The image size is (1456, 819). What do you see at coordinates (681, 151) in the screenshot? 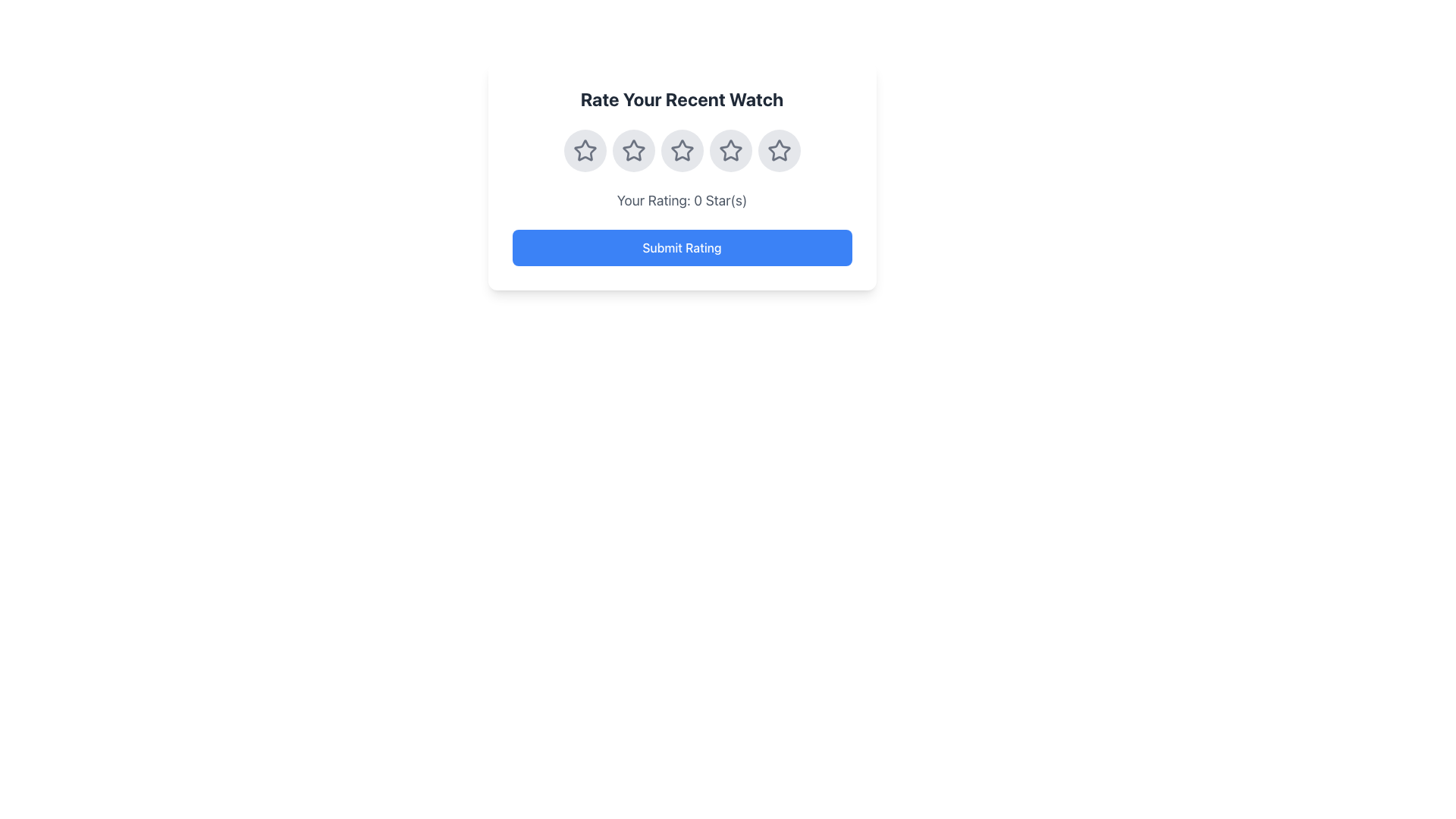
I see `the circular button with a gray background and a star-shaped icon, which is the third button in a horizontal row of five, located below 'Rate Your Recent Watch'` at bounding box center [681, 151].